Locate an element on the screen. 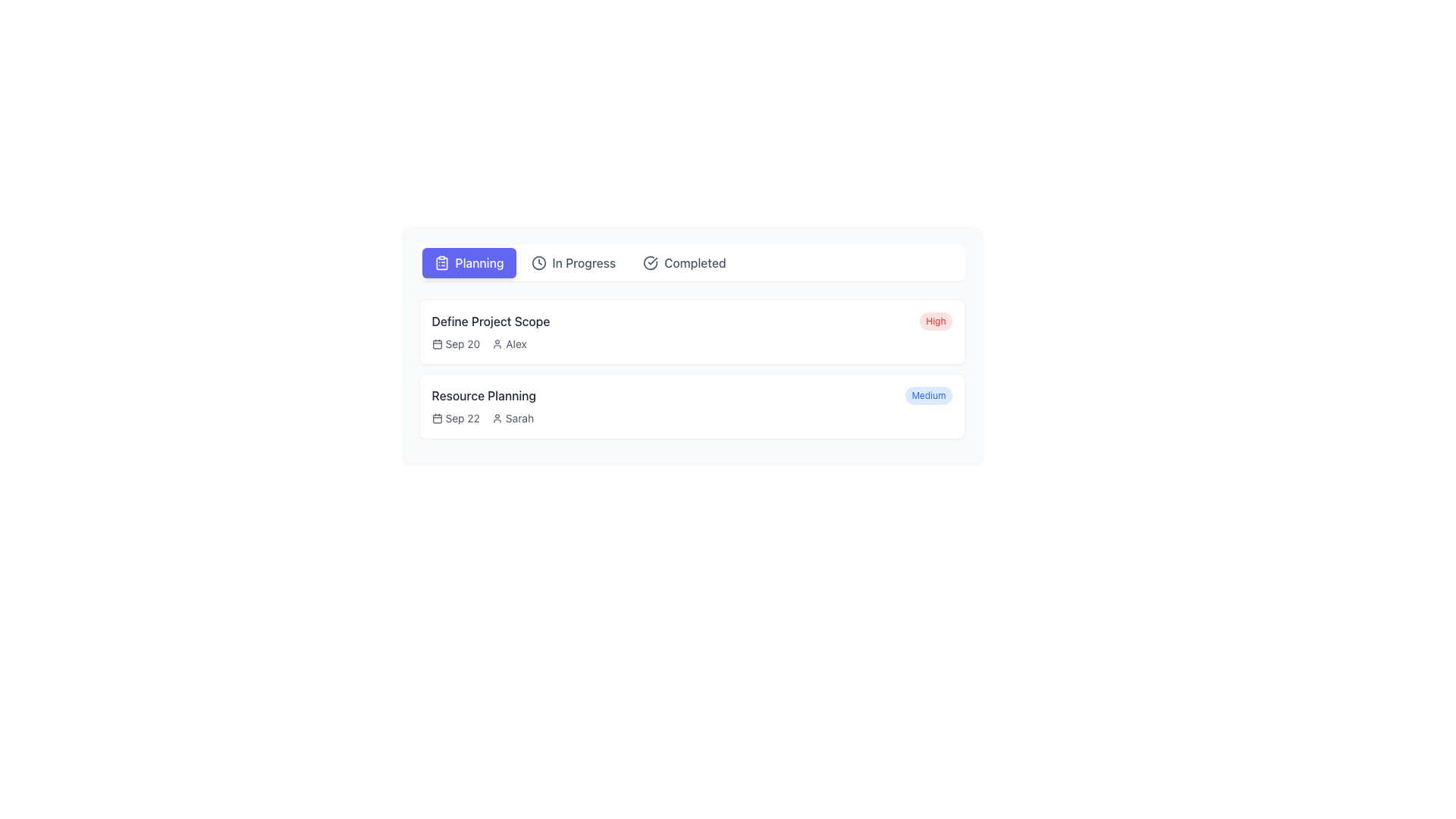  the button labeled 'Planning' that contains the label text for filtering tasks by category is located at coordinates (479, 262).